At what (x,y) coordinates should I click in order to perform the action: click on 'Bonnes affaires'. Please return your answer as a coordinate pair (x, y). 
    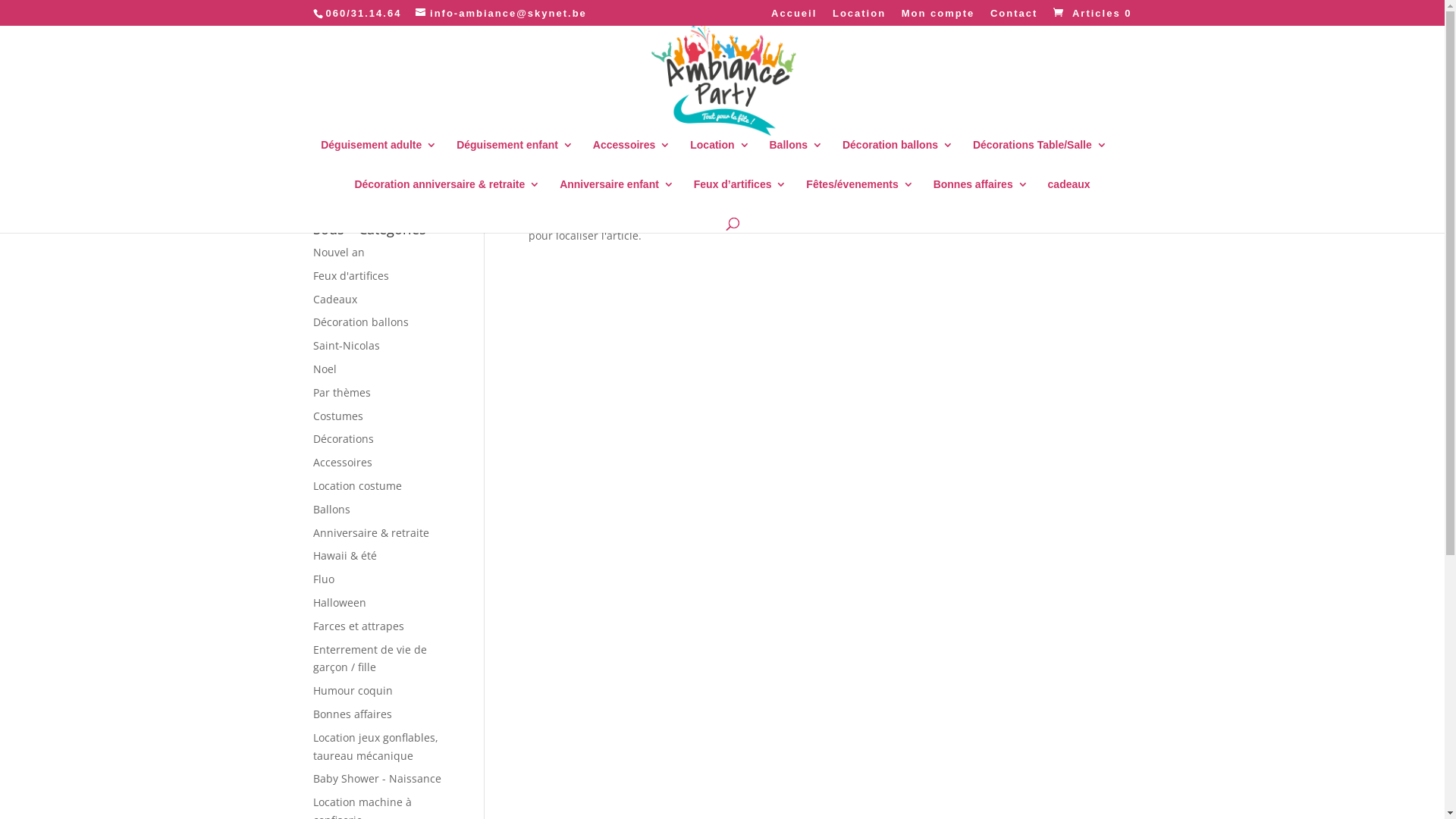
    Looking at the image, I should click on (981, 195).